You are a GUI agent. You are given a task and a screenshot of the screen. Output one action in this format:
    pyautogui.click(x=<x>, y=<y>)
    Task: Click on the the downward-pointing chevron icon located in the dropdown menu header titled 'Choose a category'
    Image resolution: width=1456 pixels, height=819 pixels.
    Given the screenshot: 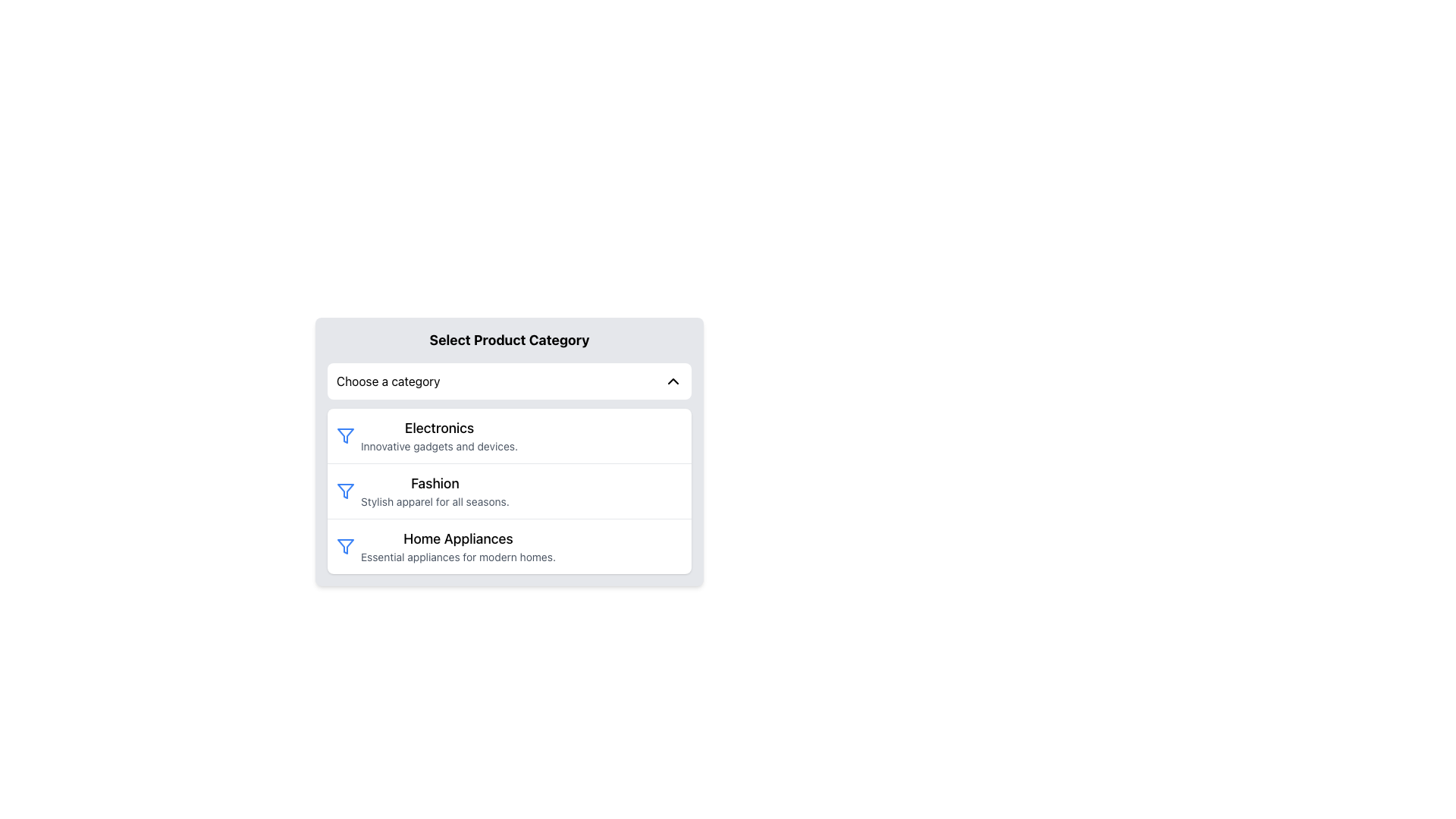 What is the action you would take?
    pyautogui.click(x=673, y=380)
    